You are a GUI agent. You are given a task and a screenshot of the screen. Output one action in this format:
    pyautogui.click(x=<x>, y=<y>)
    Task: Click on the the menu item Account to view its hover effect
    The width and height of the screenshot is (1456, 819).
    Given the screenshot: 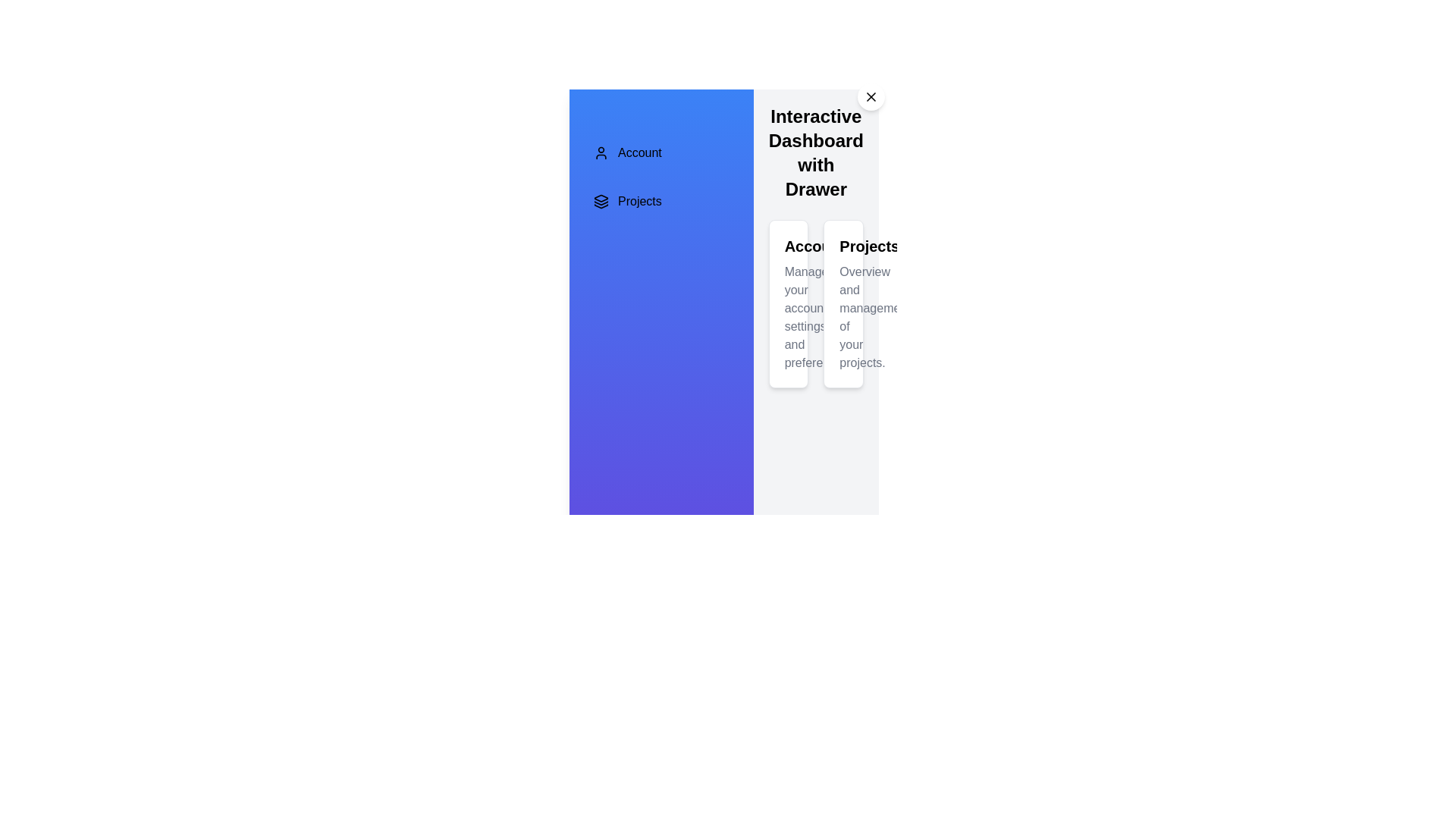 What is the action you would take?
    pyautogui.click(x=661, y=152)
    